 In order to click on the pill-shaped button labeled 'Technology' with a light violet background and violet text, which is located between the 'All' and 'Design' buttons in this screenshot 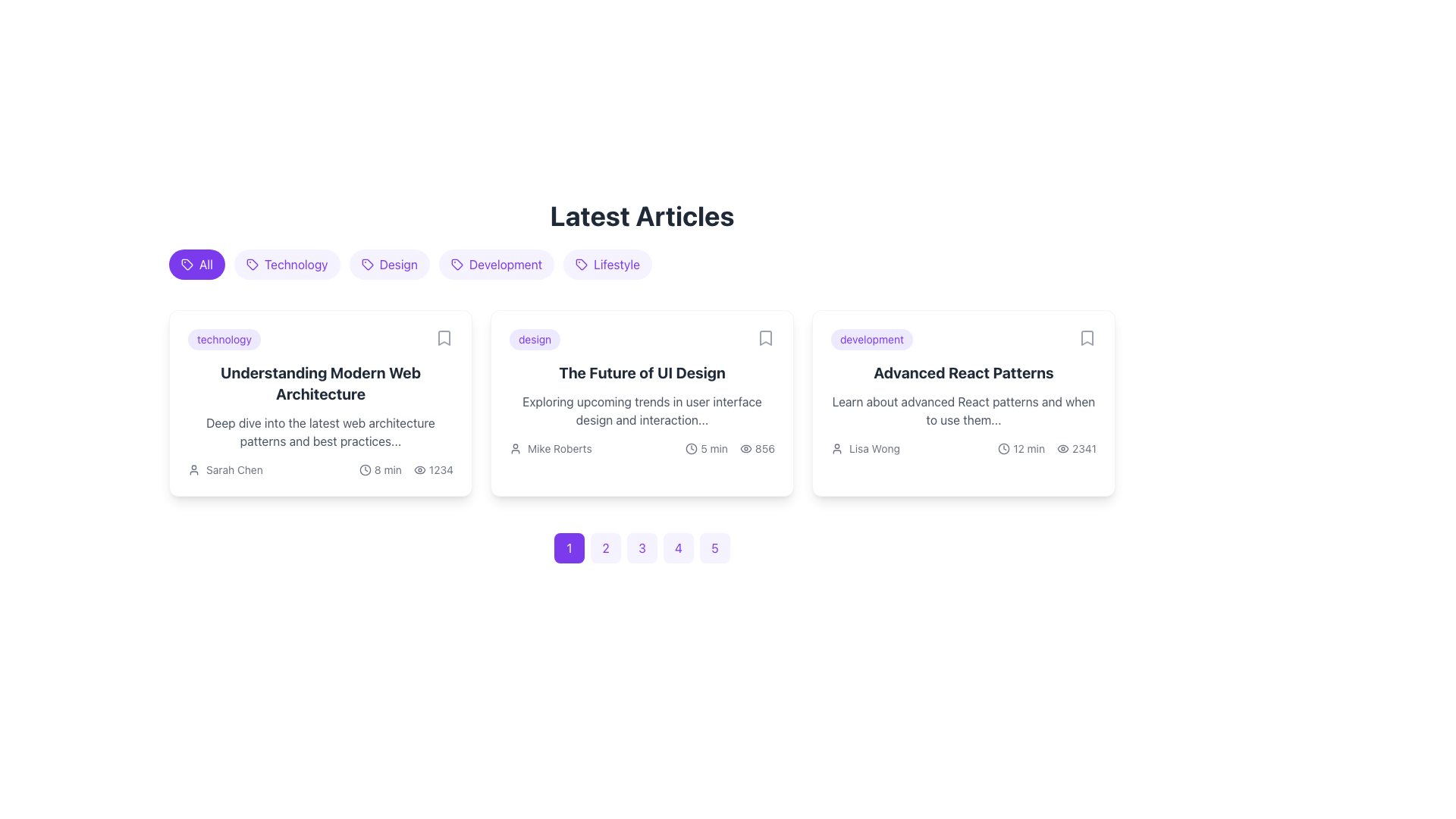, I will do `click(287, 263)`.